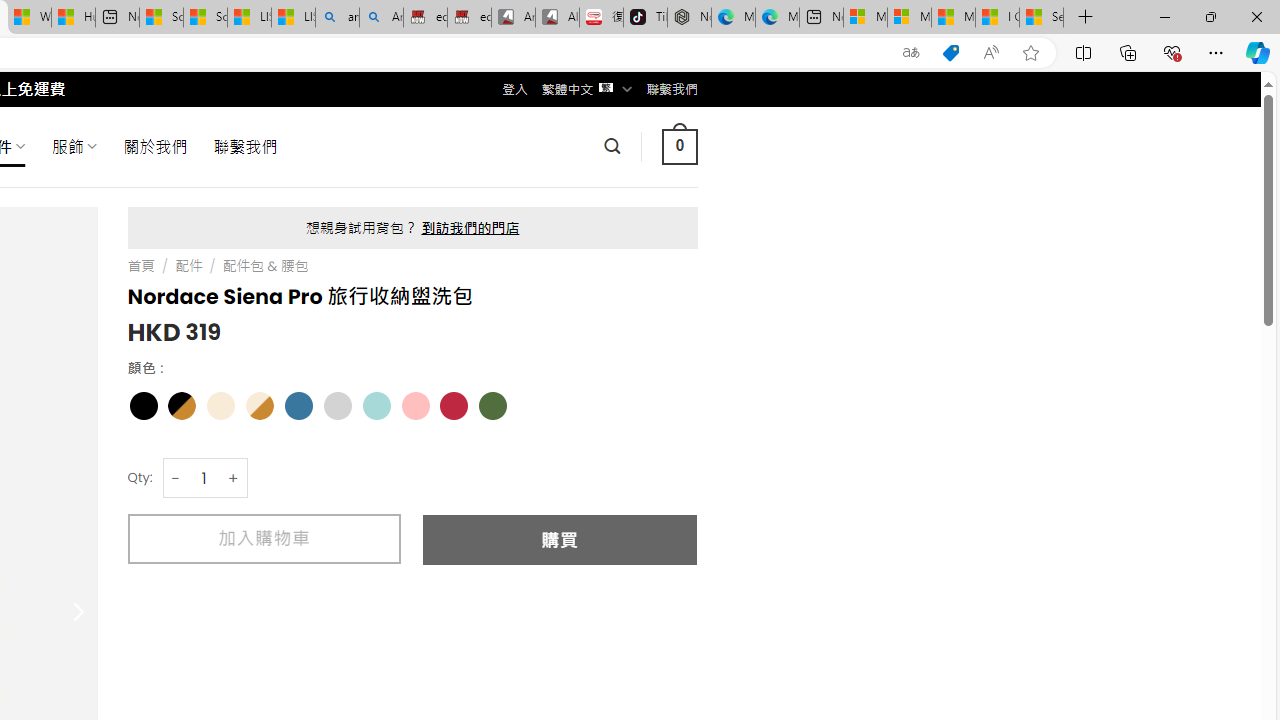  What do you see at coordinates (381, 17) in the screenshot?
I see `'Amazon Echo Dot PNG - Search Images'` at bounding box center [381, 17].